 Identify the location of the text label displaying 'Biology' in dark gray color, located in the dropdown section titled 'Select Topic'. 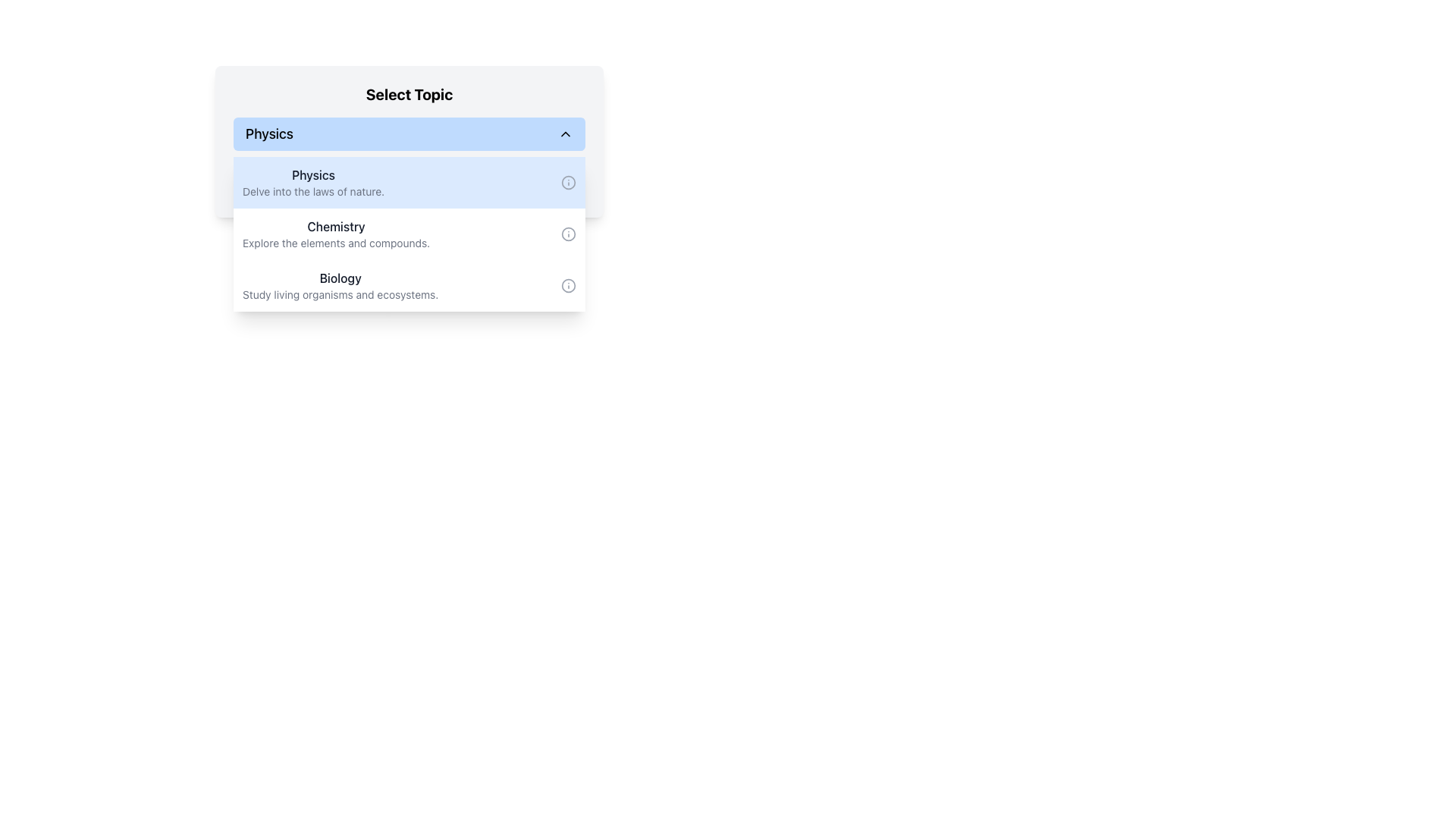
(340, 278).